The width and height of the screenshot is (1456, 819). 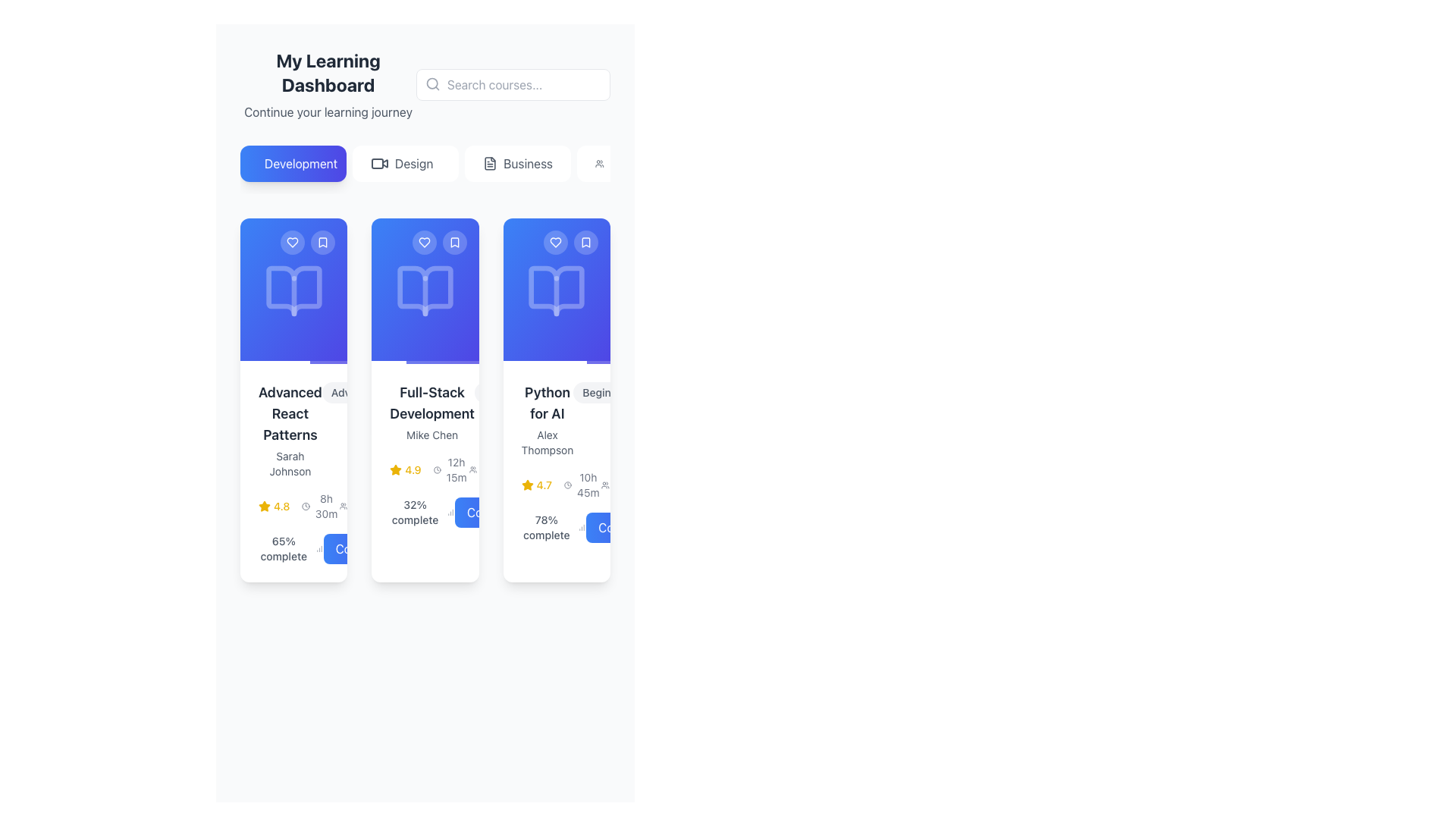 What do you see at coordinates (431, 435) in the screenshot?
I see `the text label displaying 'Mike Chen' which is positioned below the title 'Full-Stack Development' in the second card of the 'Development' section` at bounding box center [431, 435].